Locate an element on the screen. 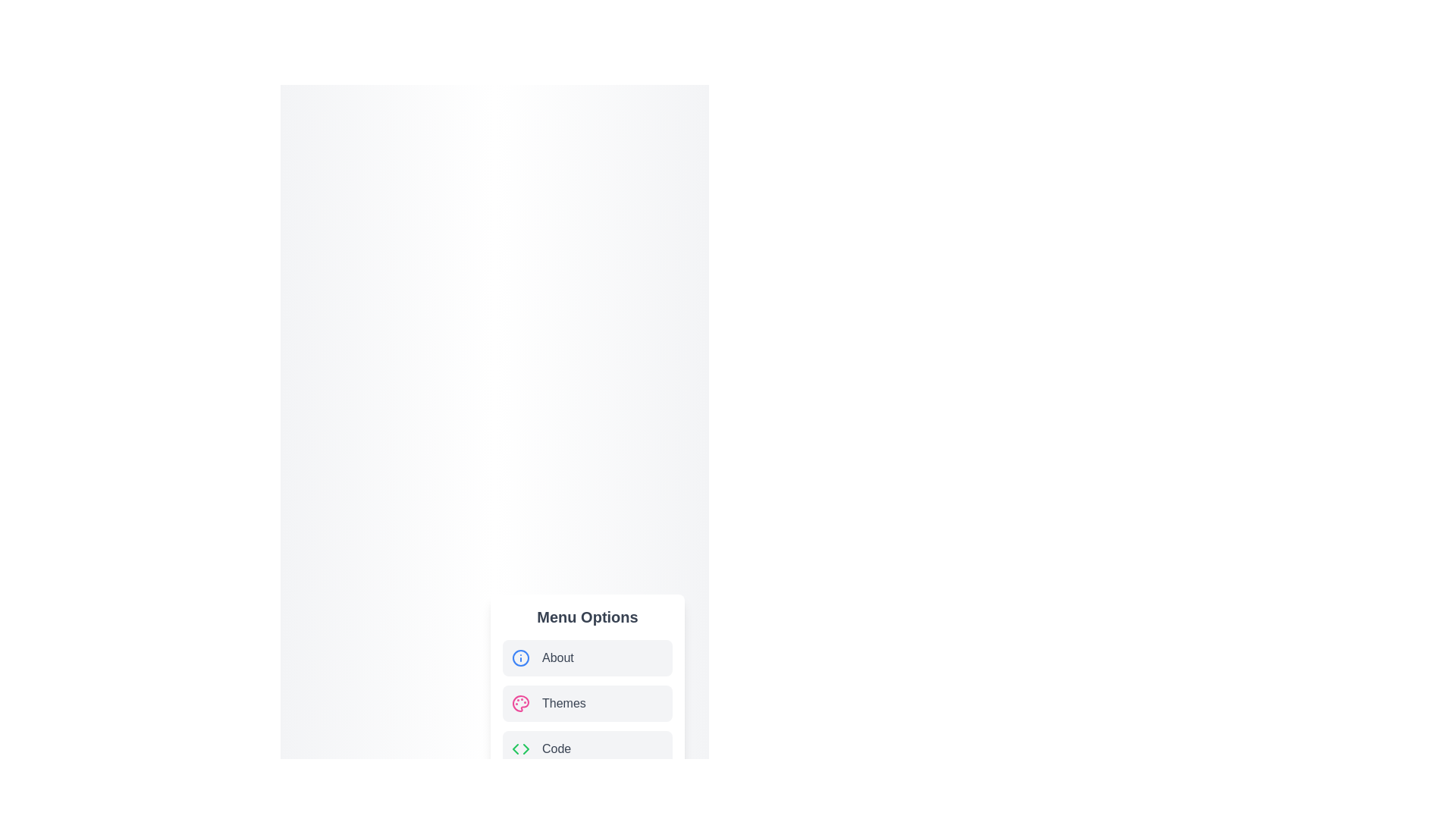 The height and width of the screenshot is (819, 1456). the 'Themes' menu icon, which is the leftmost icon in its group, located below the 'About' menu item and above the 'Code' menu item is located at coordinates (520, 704).